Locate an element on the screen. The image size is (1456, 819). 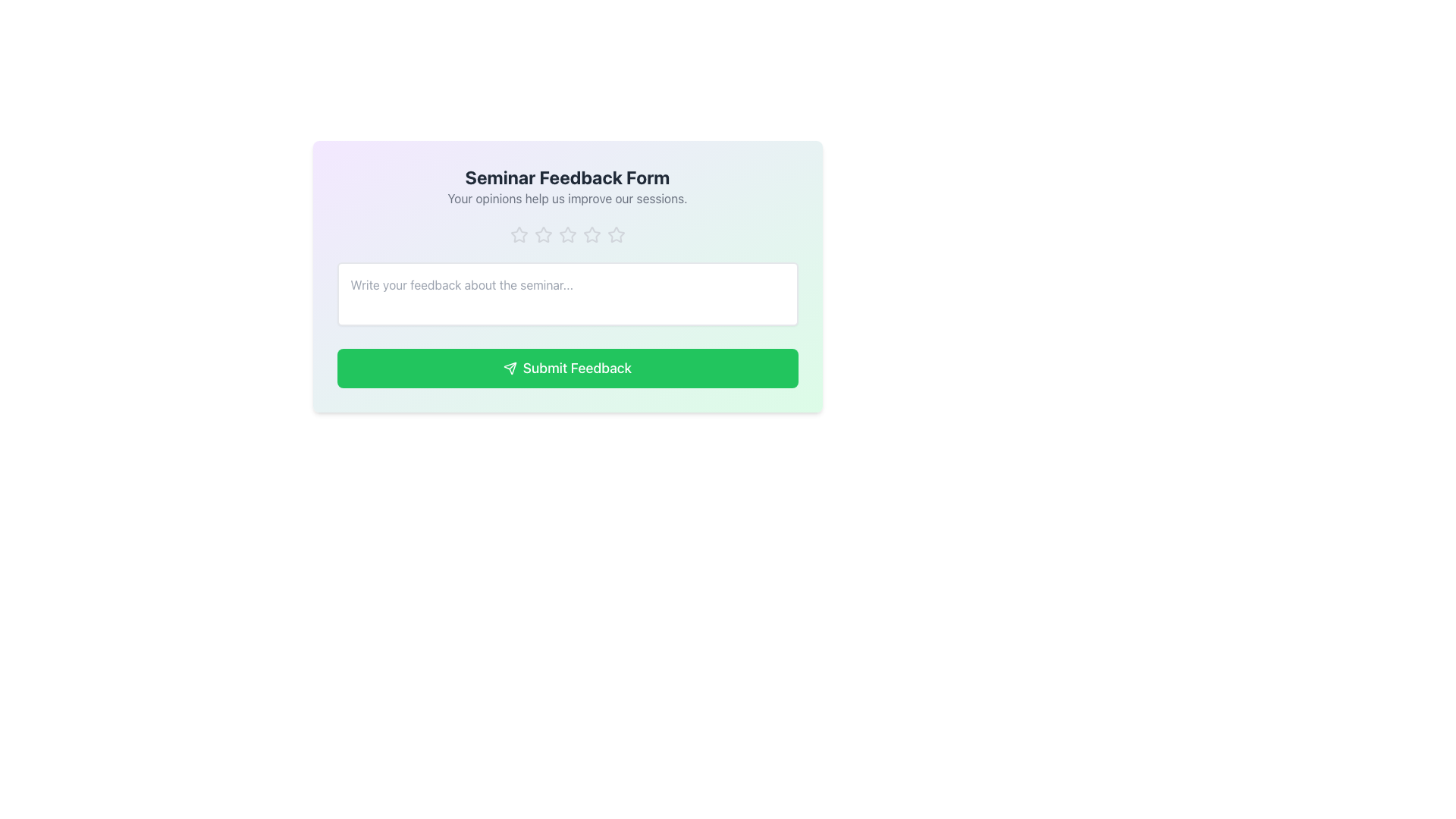
the second star in the rating system is located at coordinates (543, 234).